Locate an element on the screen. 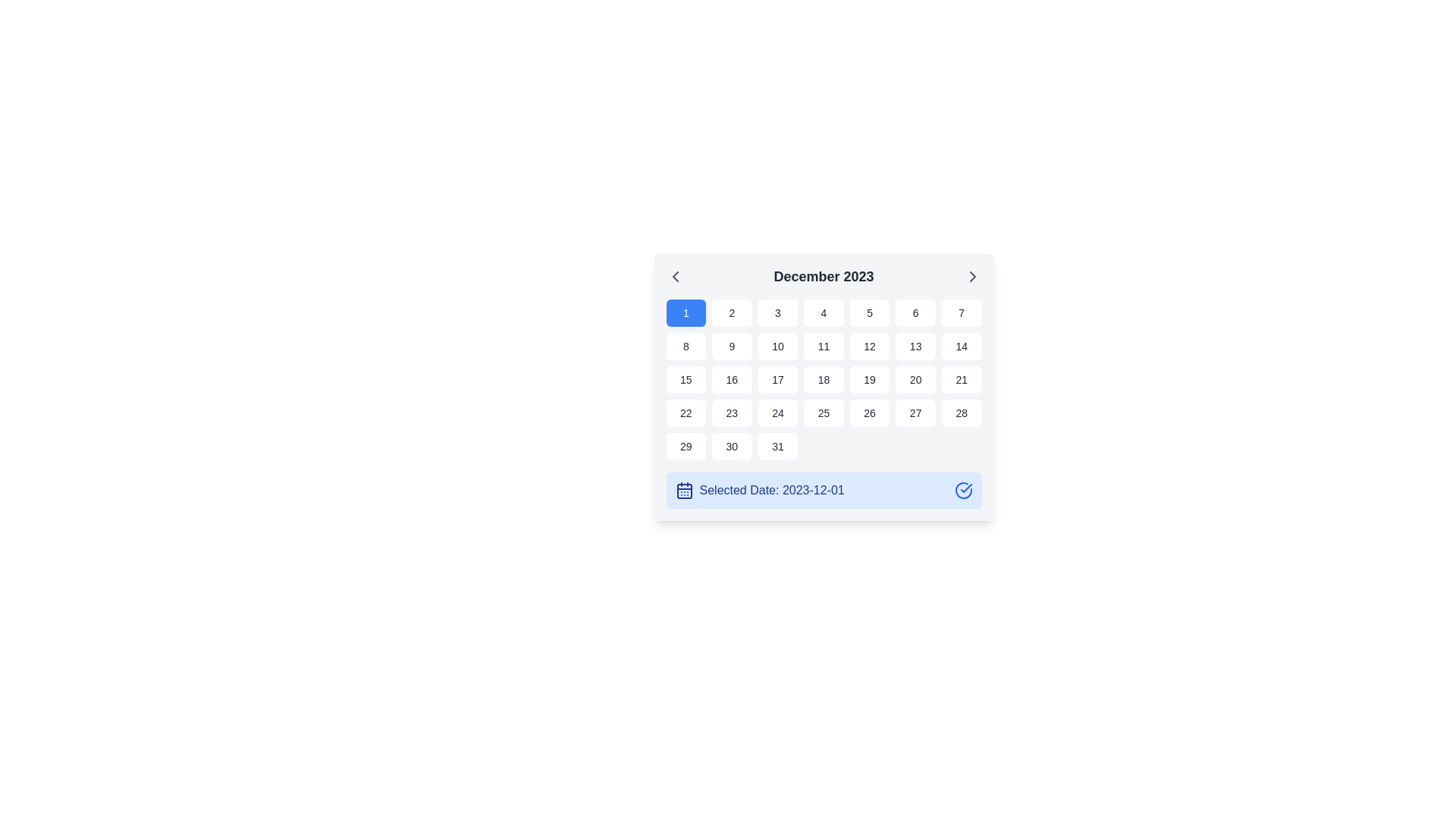 The height and width of the screenshot is (819, 1456). the leftward-pointing chevron icon in the date picker control is located at coordinates (674, 277).